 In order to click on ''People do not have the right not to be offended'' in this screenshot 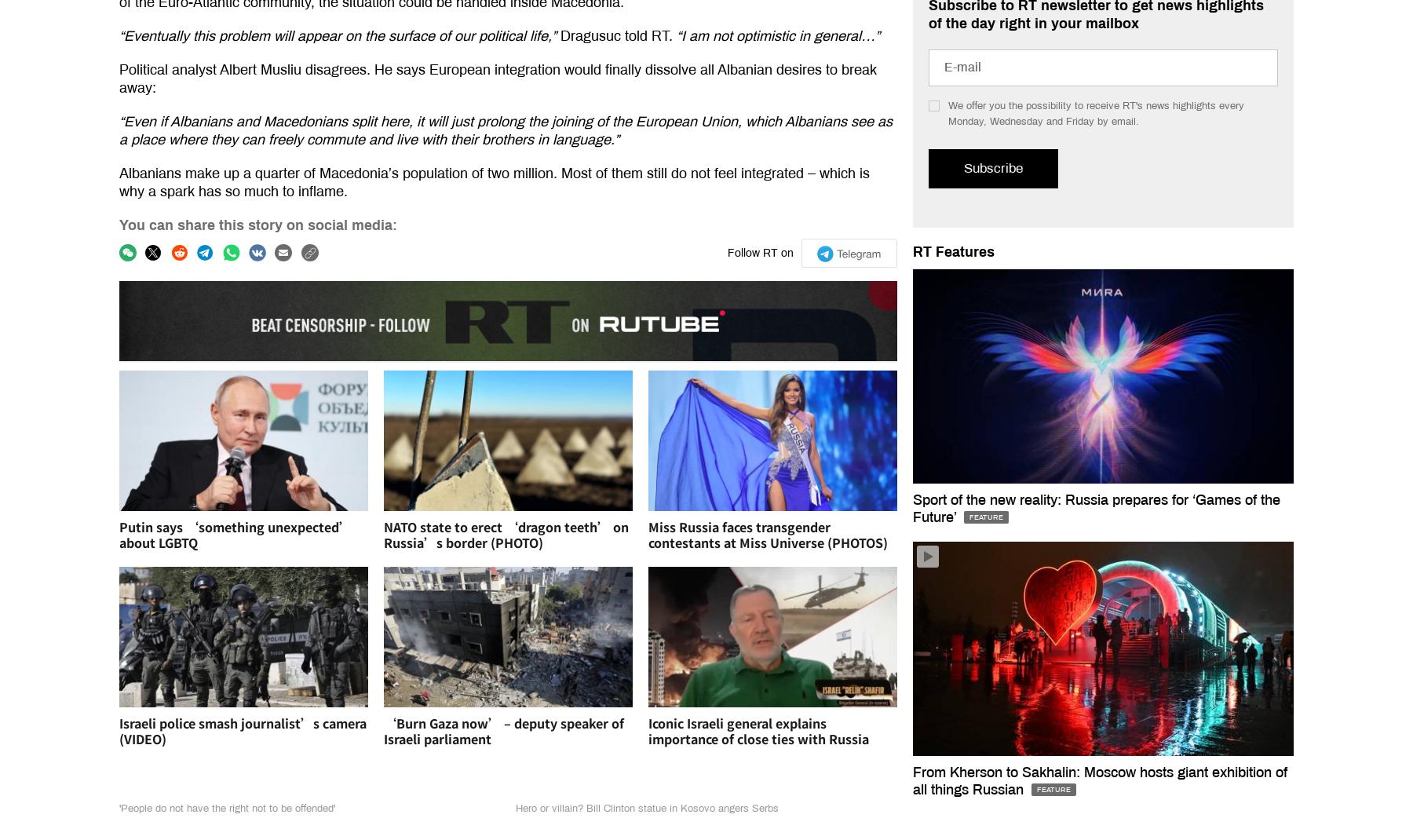, I will do `click(226, 808)`.